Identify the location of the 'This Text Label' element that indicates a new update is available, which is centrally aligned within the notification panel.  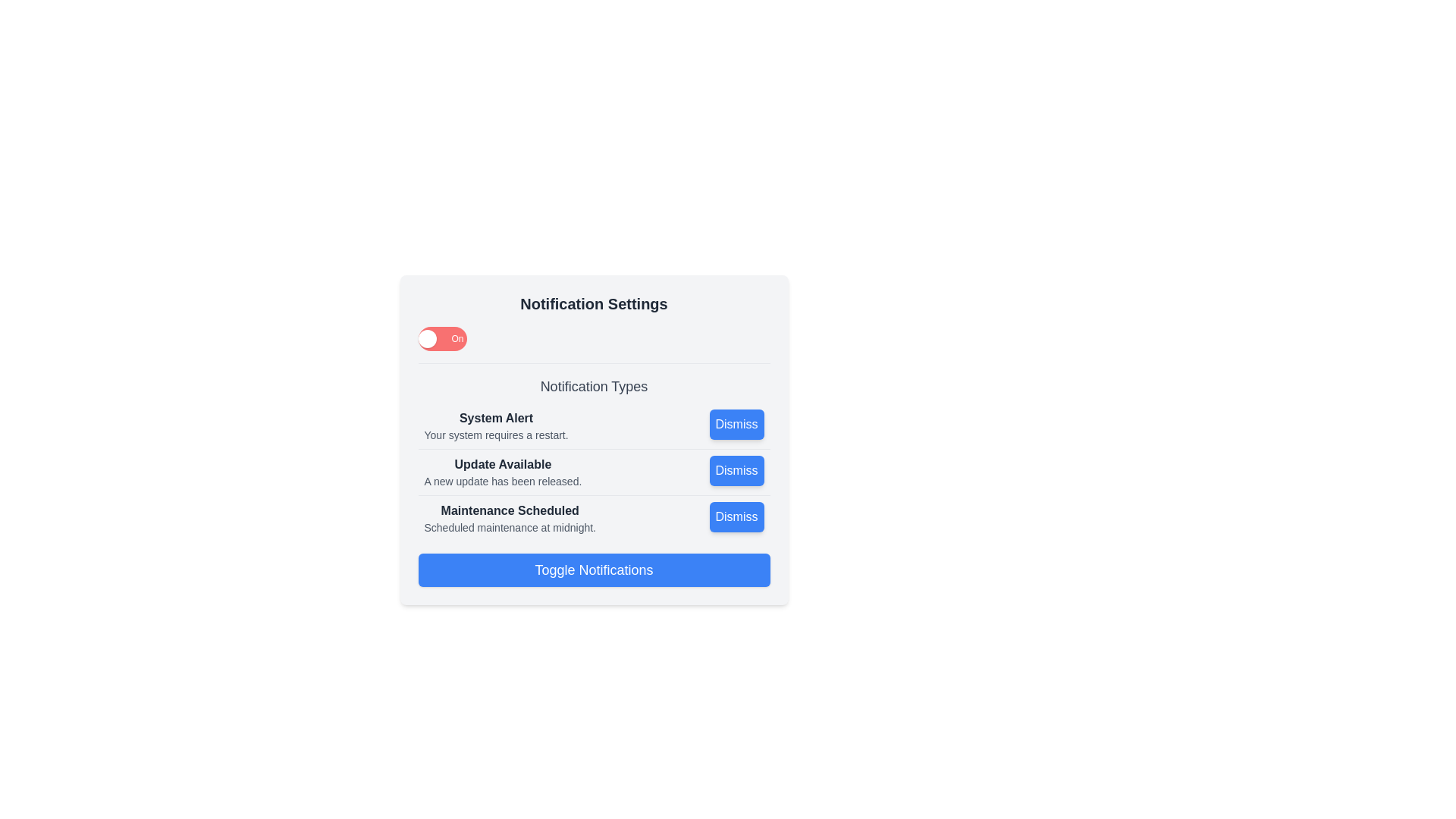
(503, 464).